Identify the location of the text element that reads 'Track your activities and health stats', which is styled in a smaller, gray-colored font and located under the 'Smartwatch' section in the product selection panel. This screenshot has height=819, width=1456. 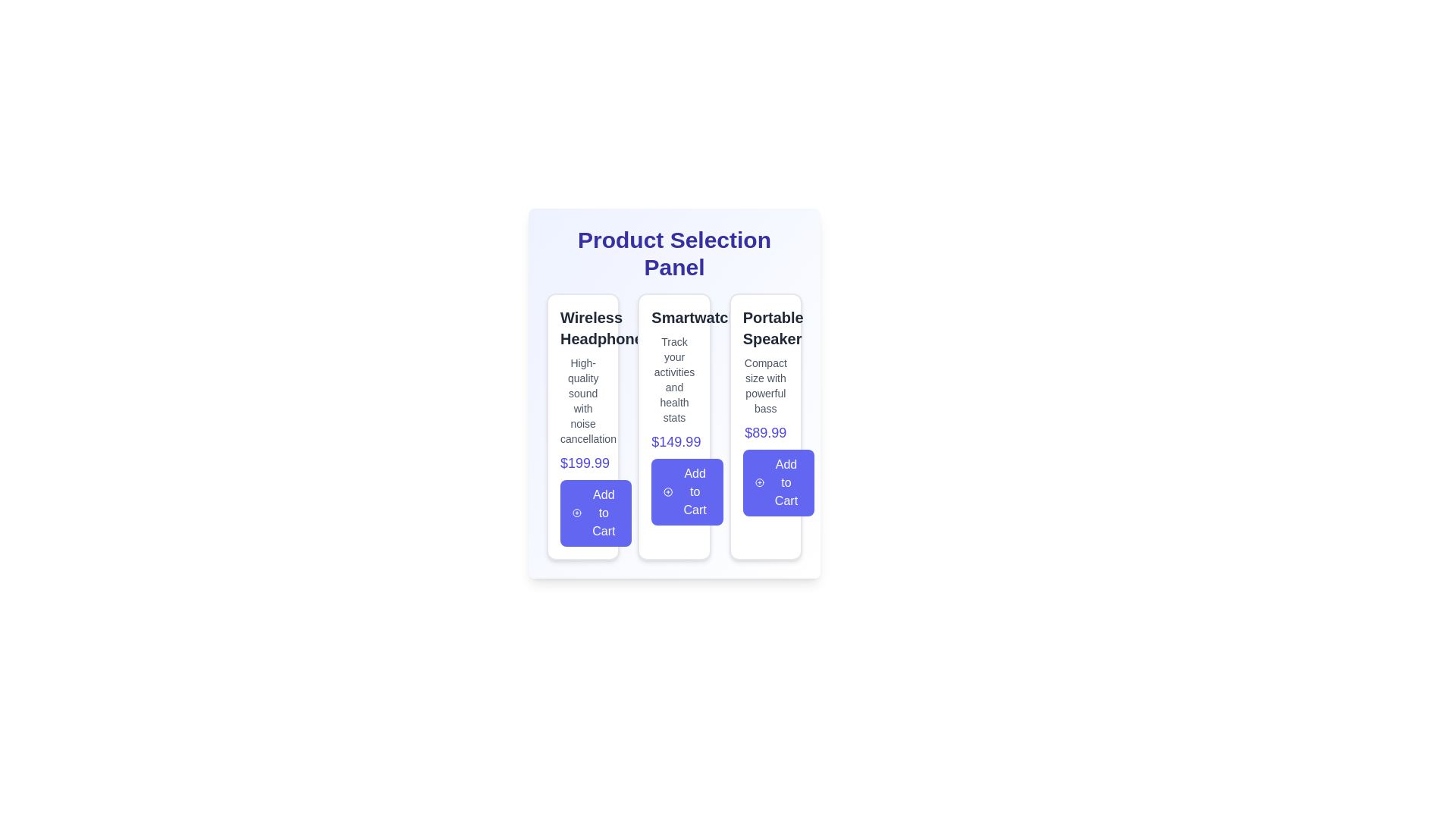
(673, 379).